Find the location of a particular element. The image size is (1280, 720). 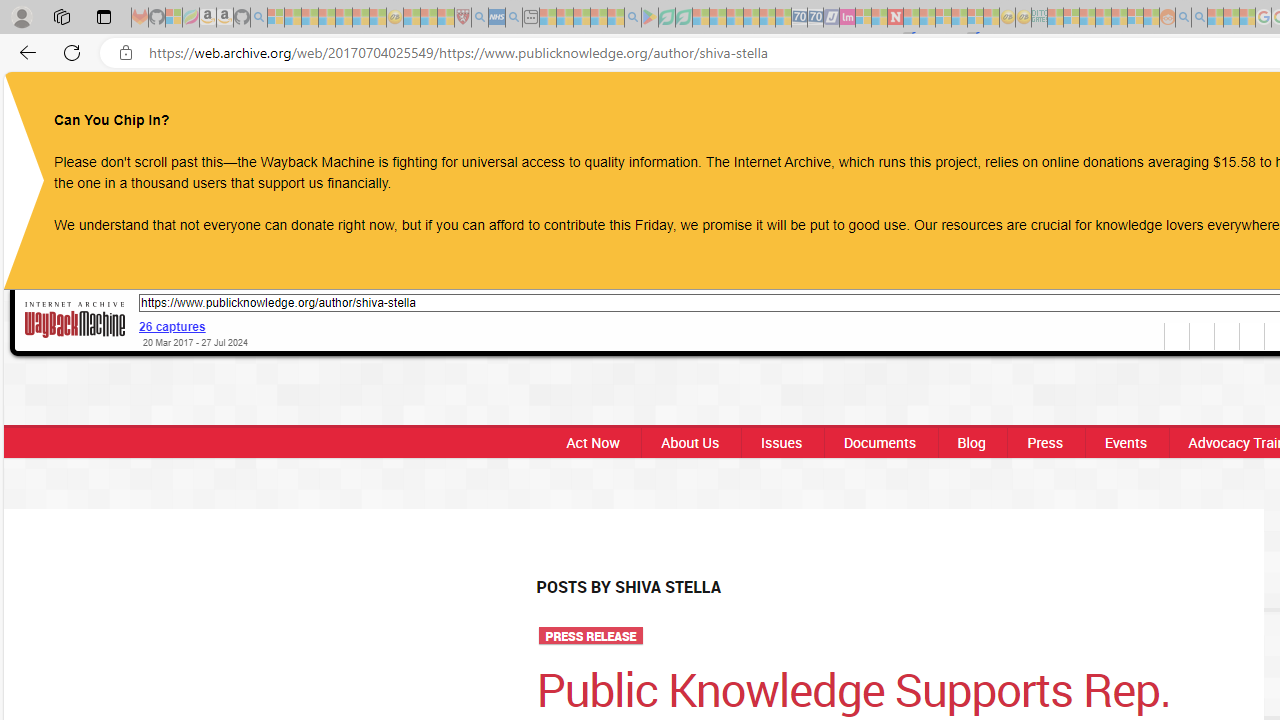

'About Us' is located at coordinates (689, 441).